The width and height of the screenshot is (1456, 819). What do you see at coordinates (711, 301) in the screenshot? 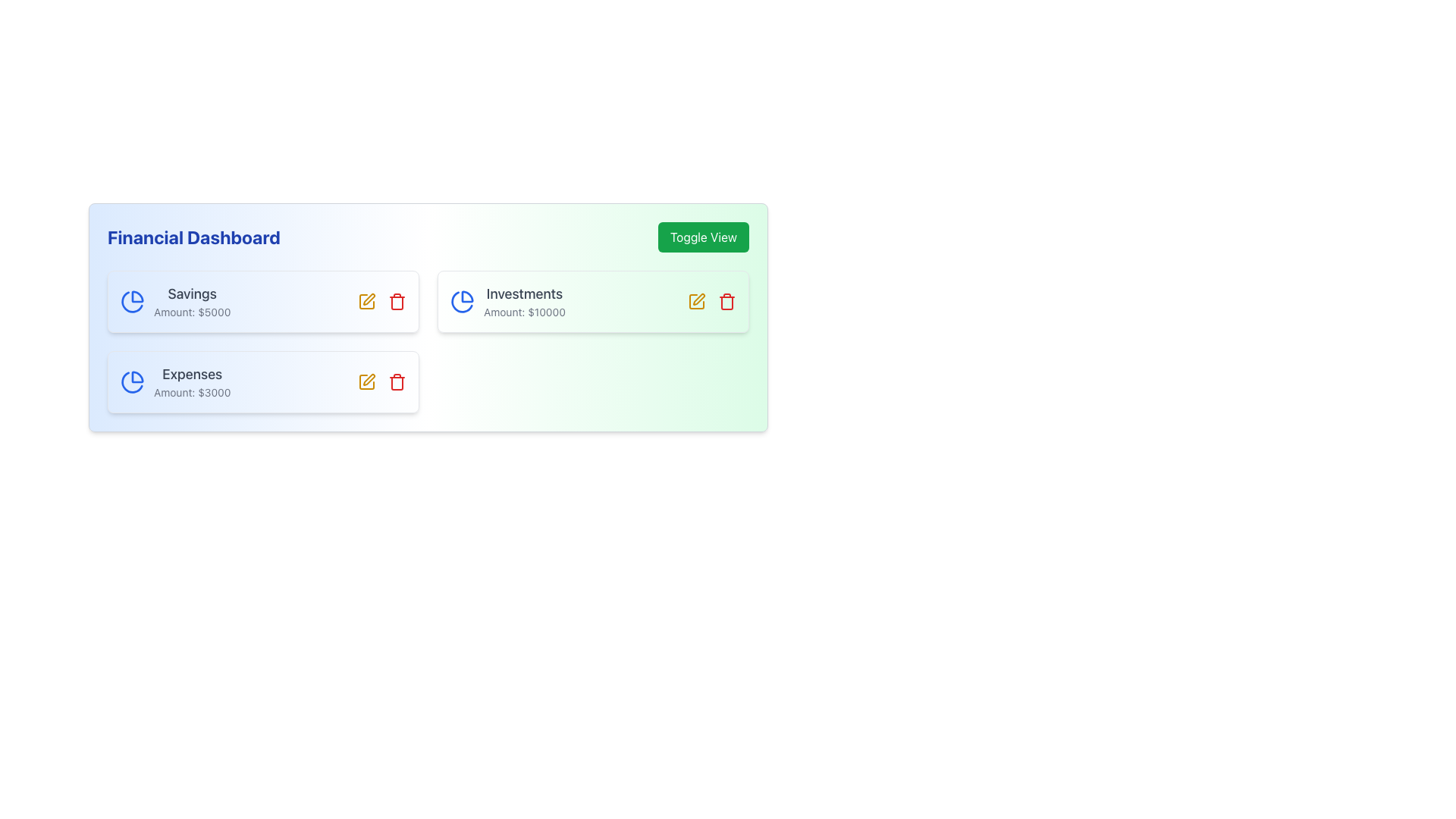
I see `the second icon in the Group of Interactive Icons located within the 'Investments' section of the Financial Dashboard` at bounding box center [711, 301].